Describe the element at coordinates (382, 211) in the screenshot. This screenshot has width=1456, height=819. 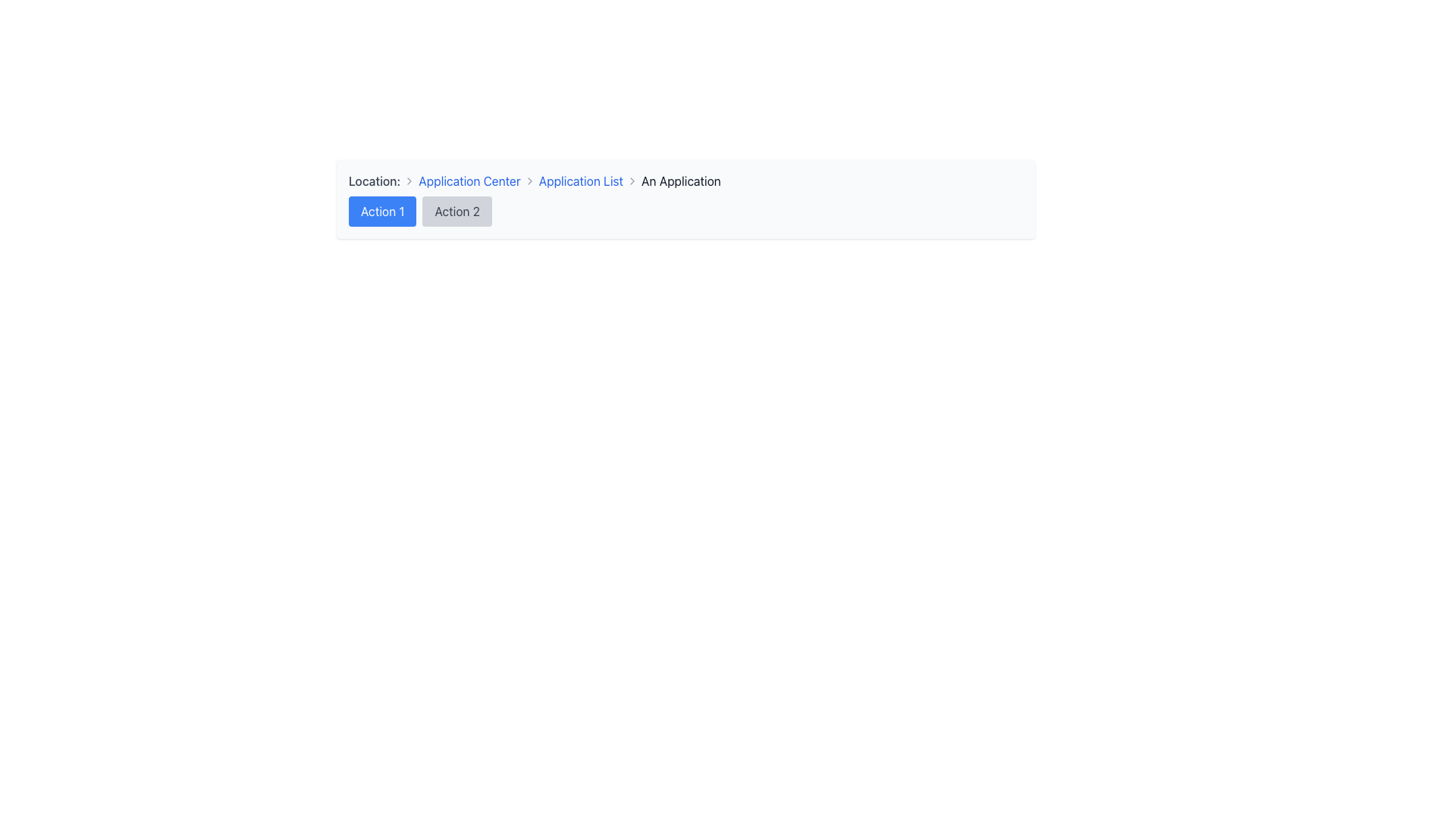
I see `the rectangular button with a blue background and white text labeled 'Action 1' to change its appearance` at that location.